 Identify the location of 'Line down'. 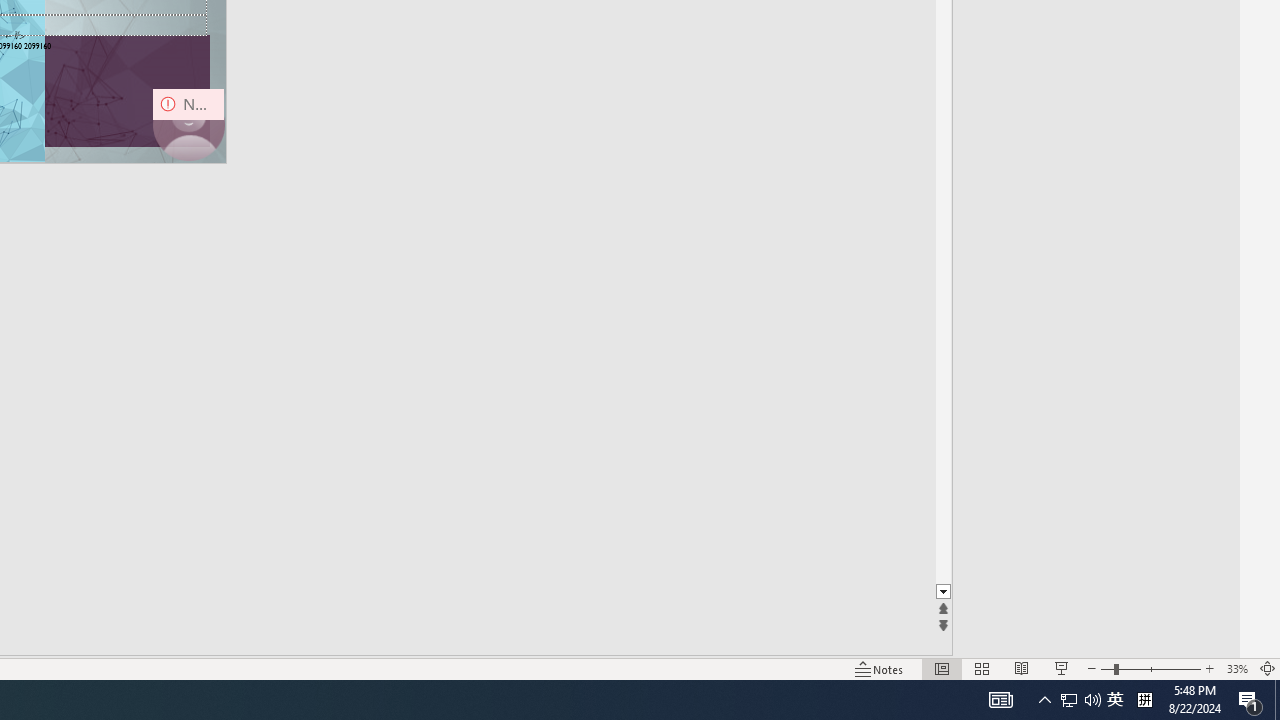
(942, 591).